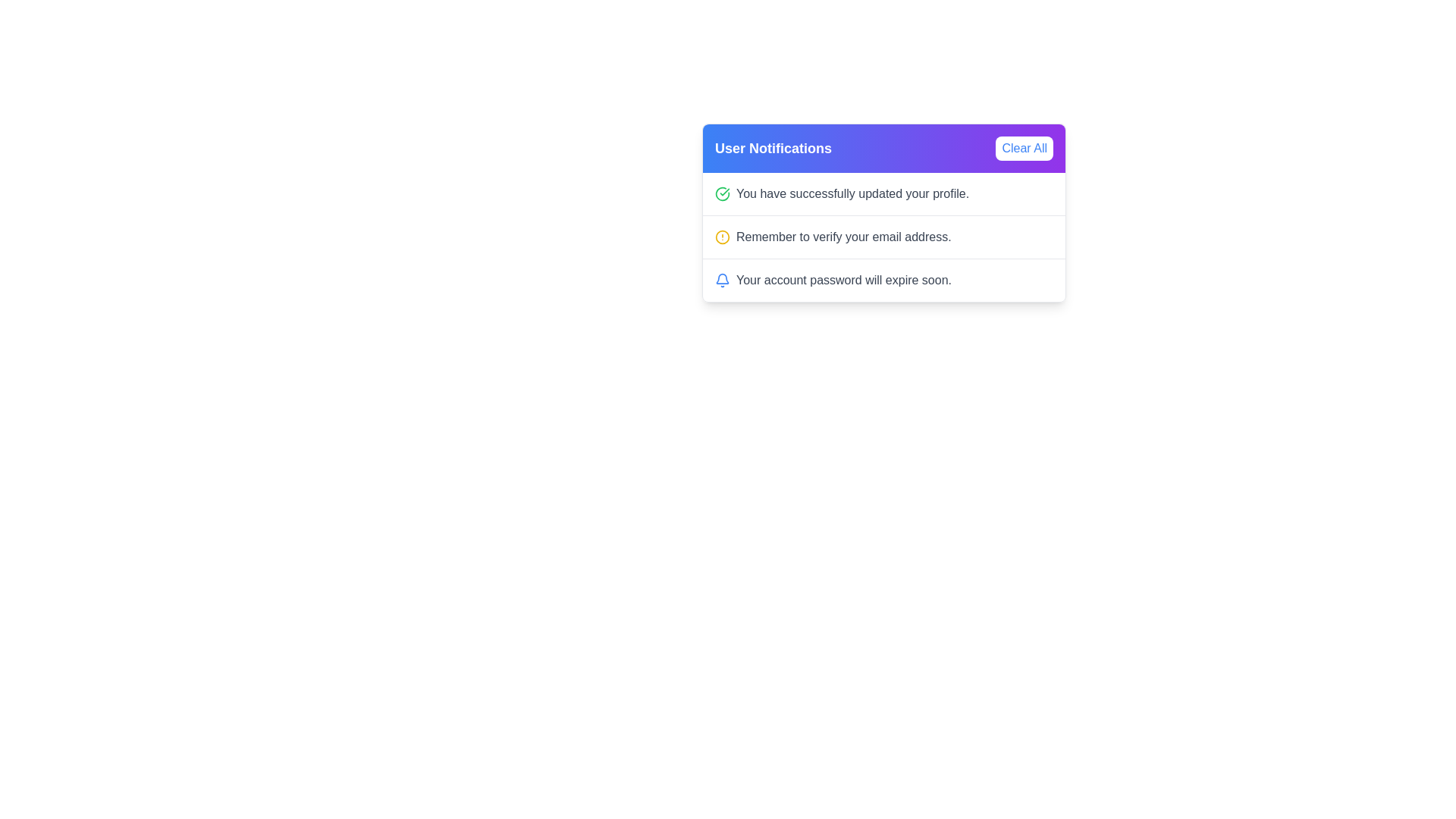 The height and width of the screenshot is (819, 1456). Describe the element at coordinates (843, 237) in the screenshot. I see `the Text Label displaying 'Remember to verify your email address.' in the User Notifications card layout` at that location.